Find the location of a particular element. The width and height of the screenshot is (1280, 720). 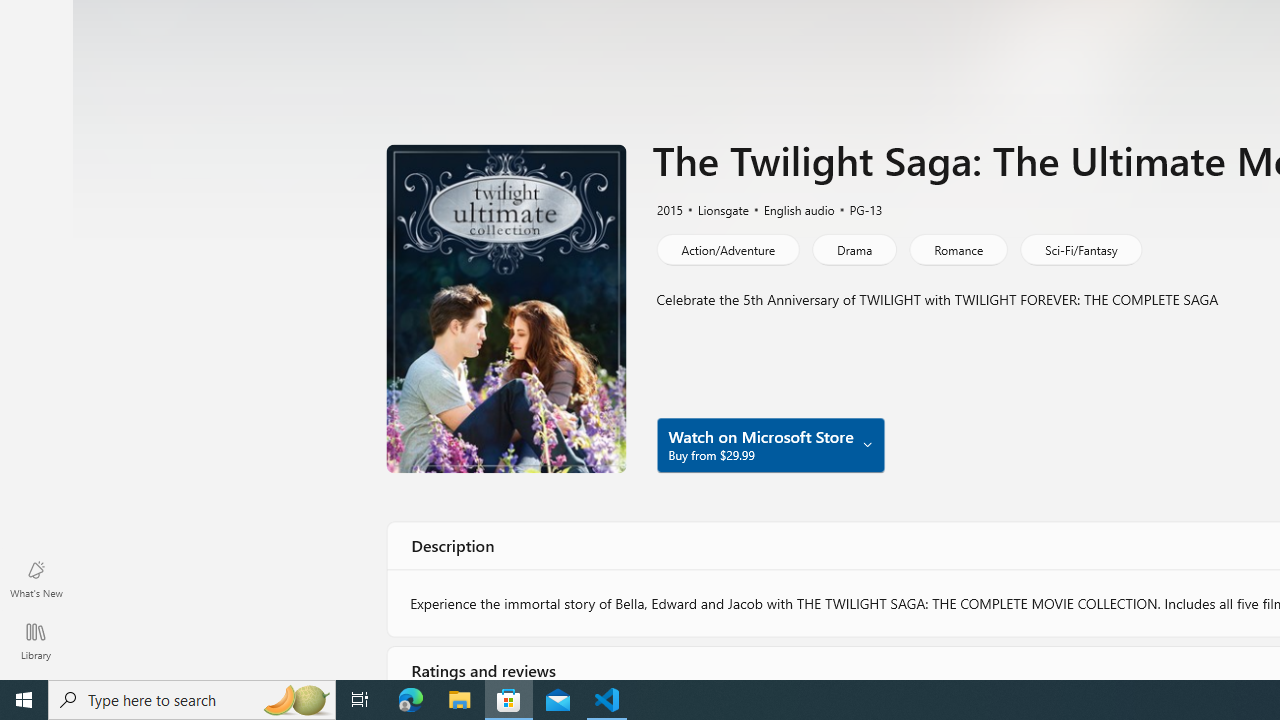

'Romance' is located at coordinates (957, 248).